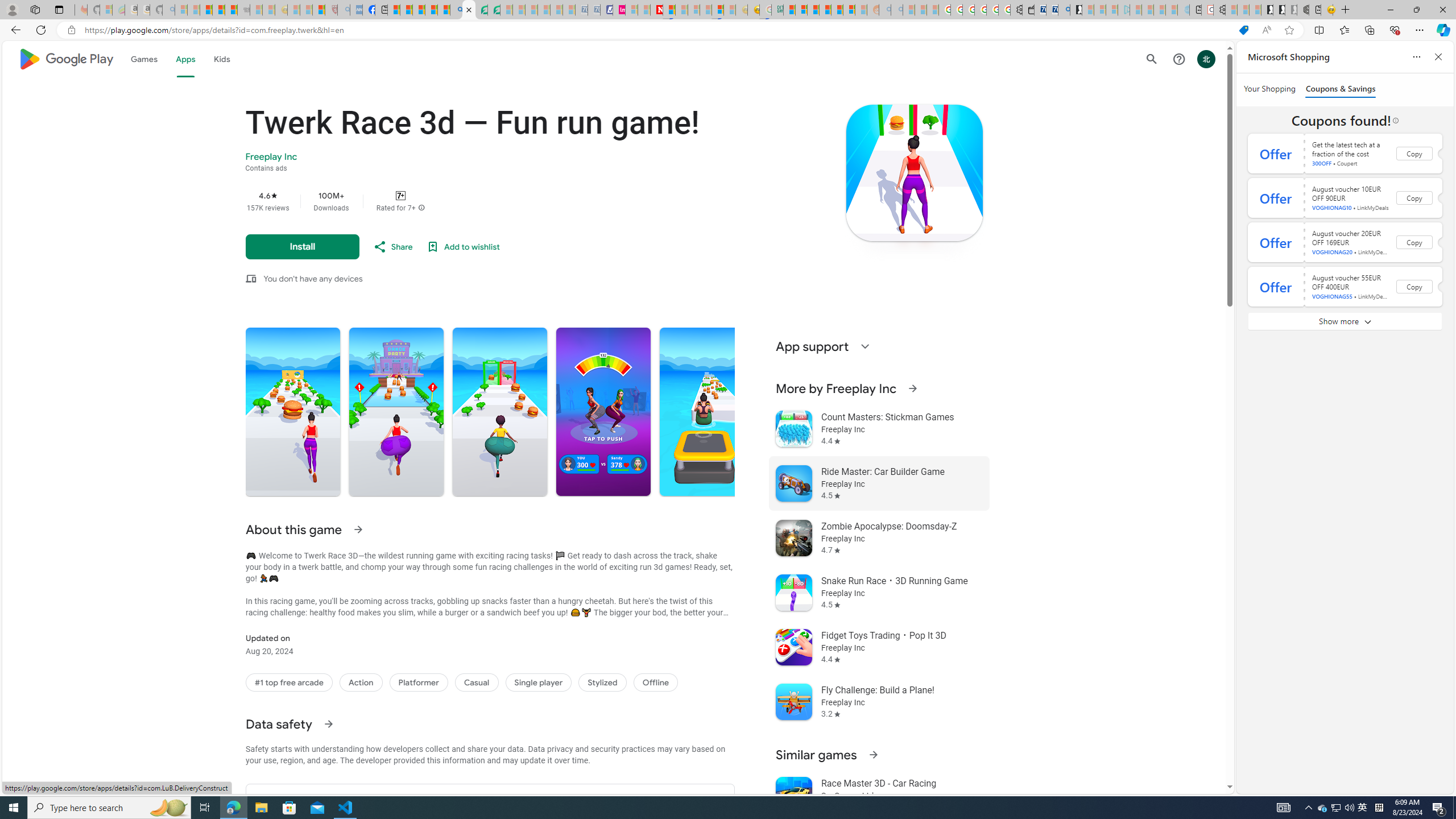 The height and width of the screenshot is (819, 1456). Describe the element at coordinates (494, 9) in the screenshot. I see `'Microsoft Word - consumer-privacy address update 2.2021'` at that location.